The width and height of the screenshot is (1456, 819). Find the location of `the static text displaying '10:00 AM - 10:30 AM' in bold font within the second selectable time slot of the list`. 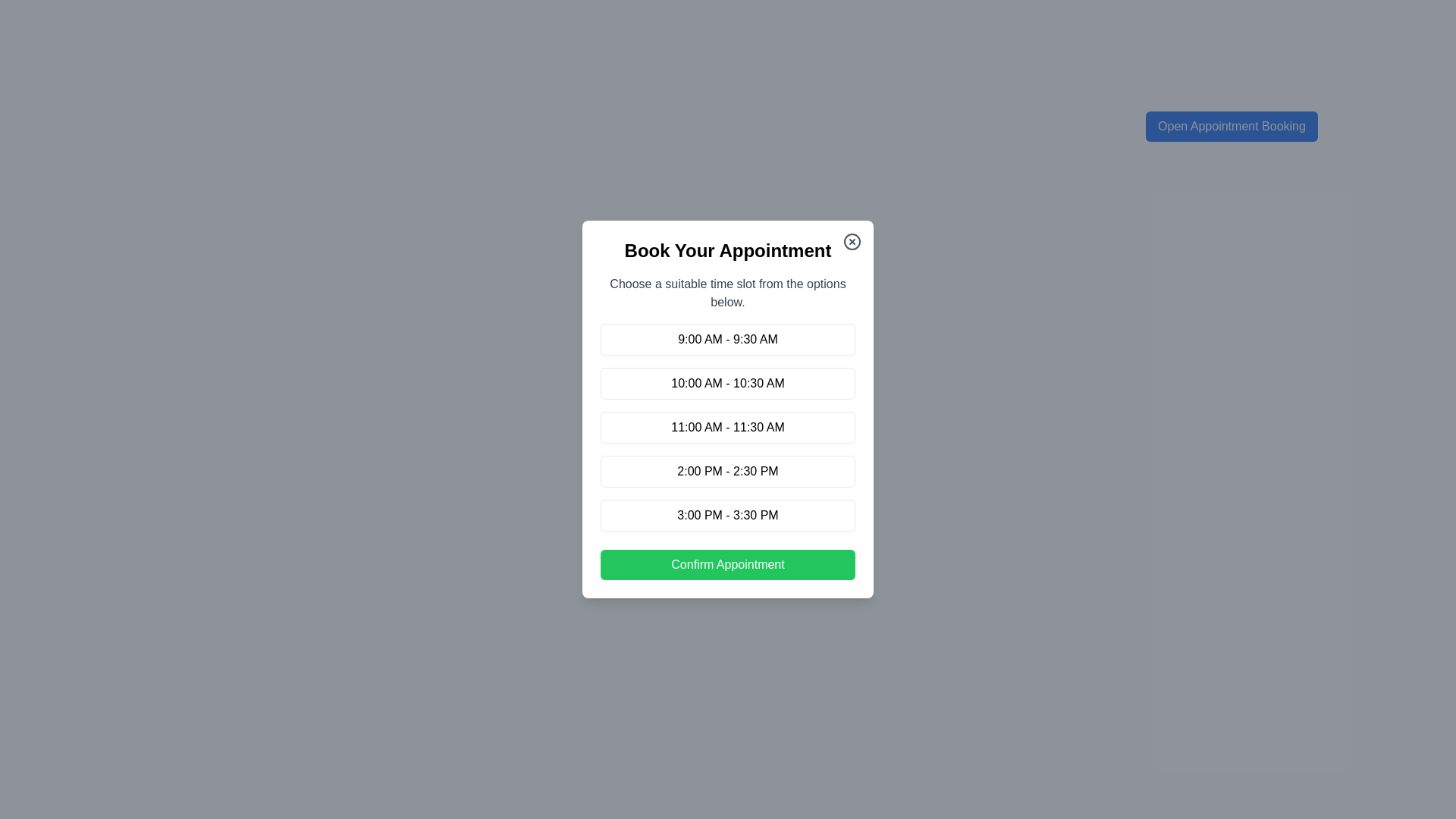

the static text displaying '10:00 AM - 10:30 AM' in bold font within the second selectable time slot of the list is located at coordinates (728, 382).